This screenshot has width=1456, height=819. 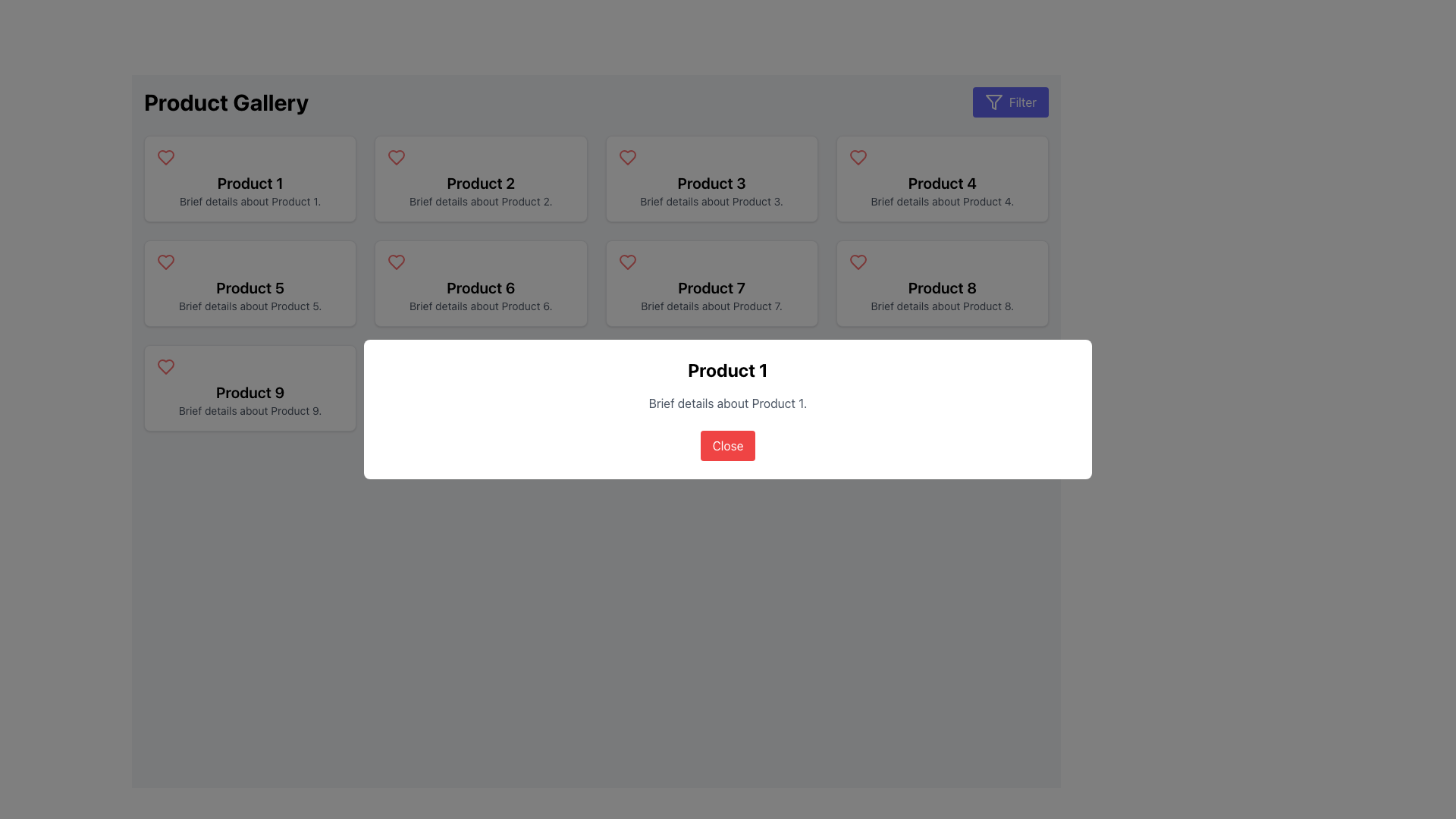 I want to click on the heart-shaped icon located at the top-left corner of the 'Product 1' card, so click(x=166, y=158).